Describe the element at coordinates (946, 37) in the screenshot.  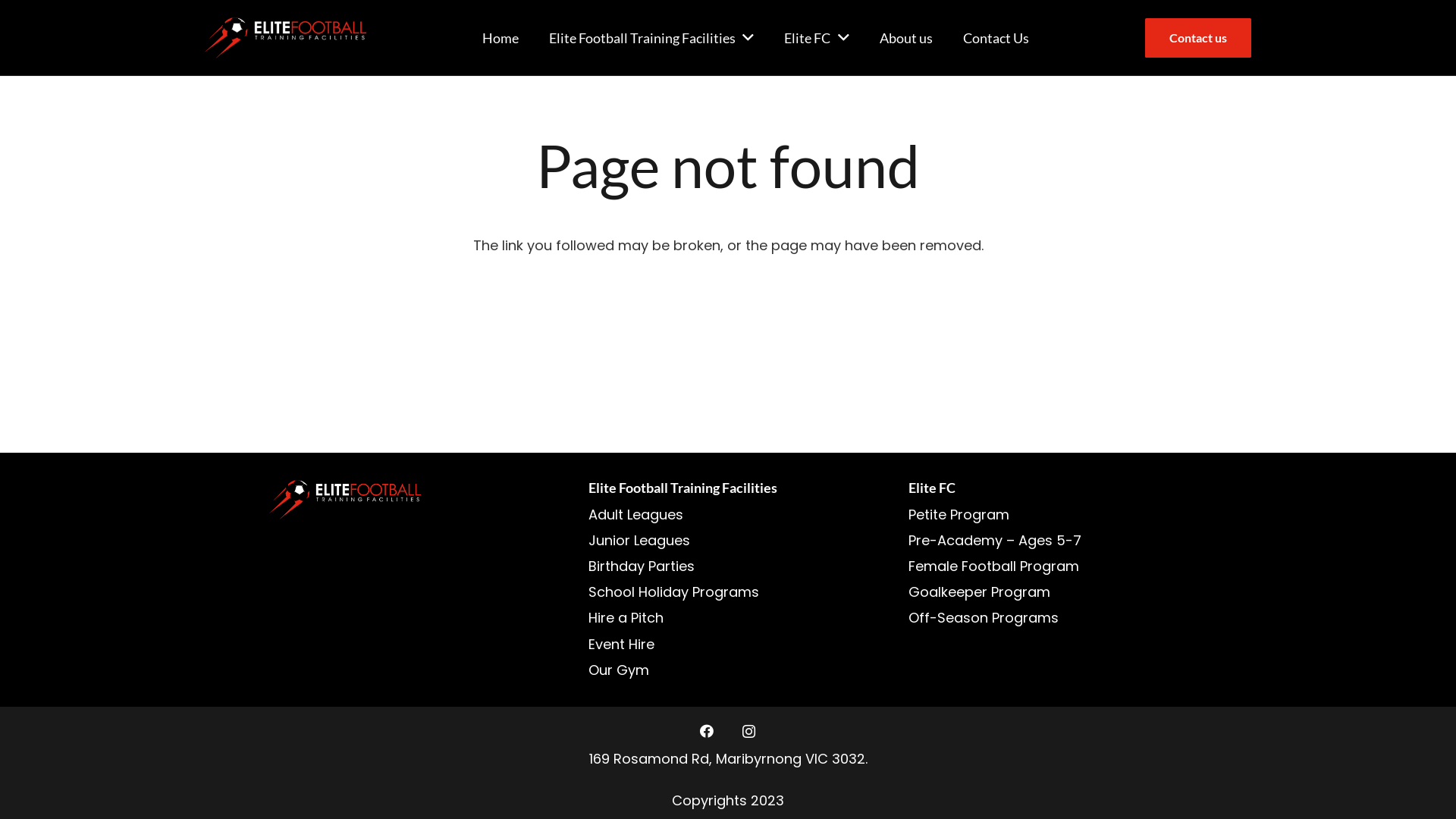
I see `'Contact Us'` at that location.